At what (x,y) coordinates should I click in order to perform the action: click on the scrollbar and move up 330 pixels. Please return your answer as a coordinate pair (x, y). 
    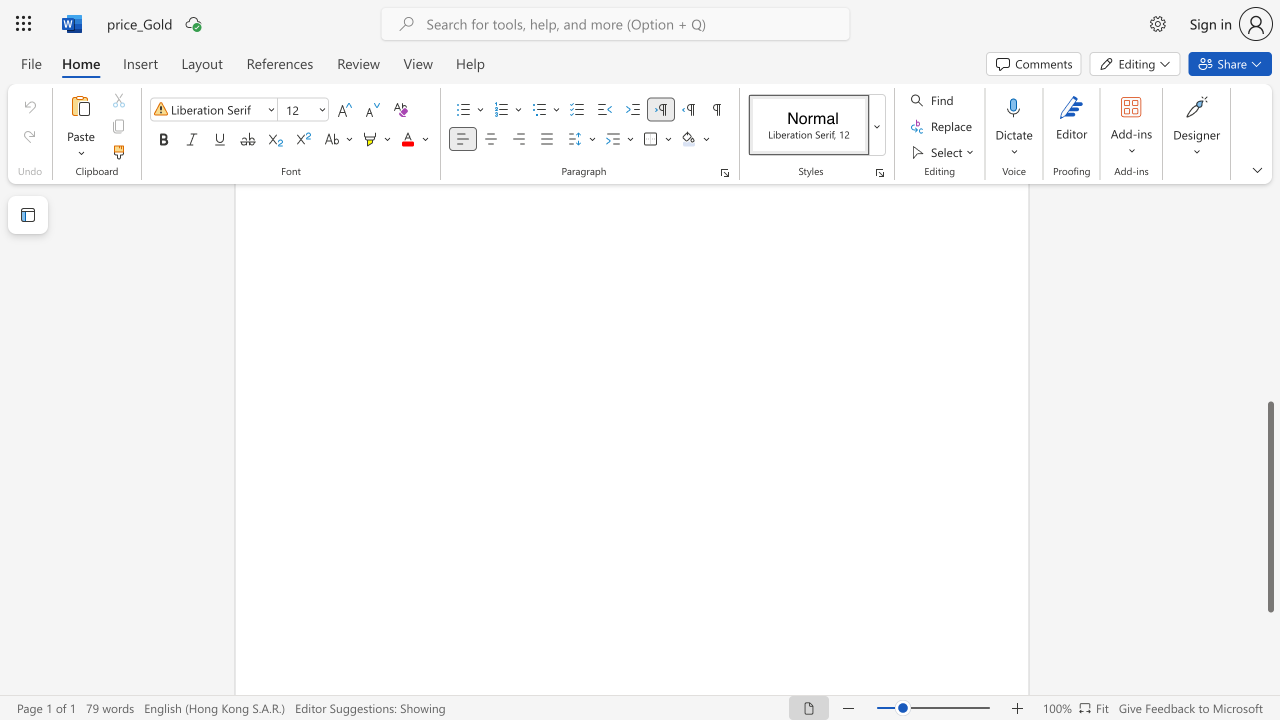
    Looking at the image, I should click on (1269, 505).